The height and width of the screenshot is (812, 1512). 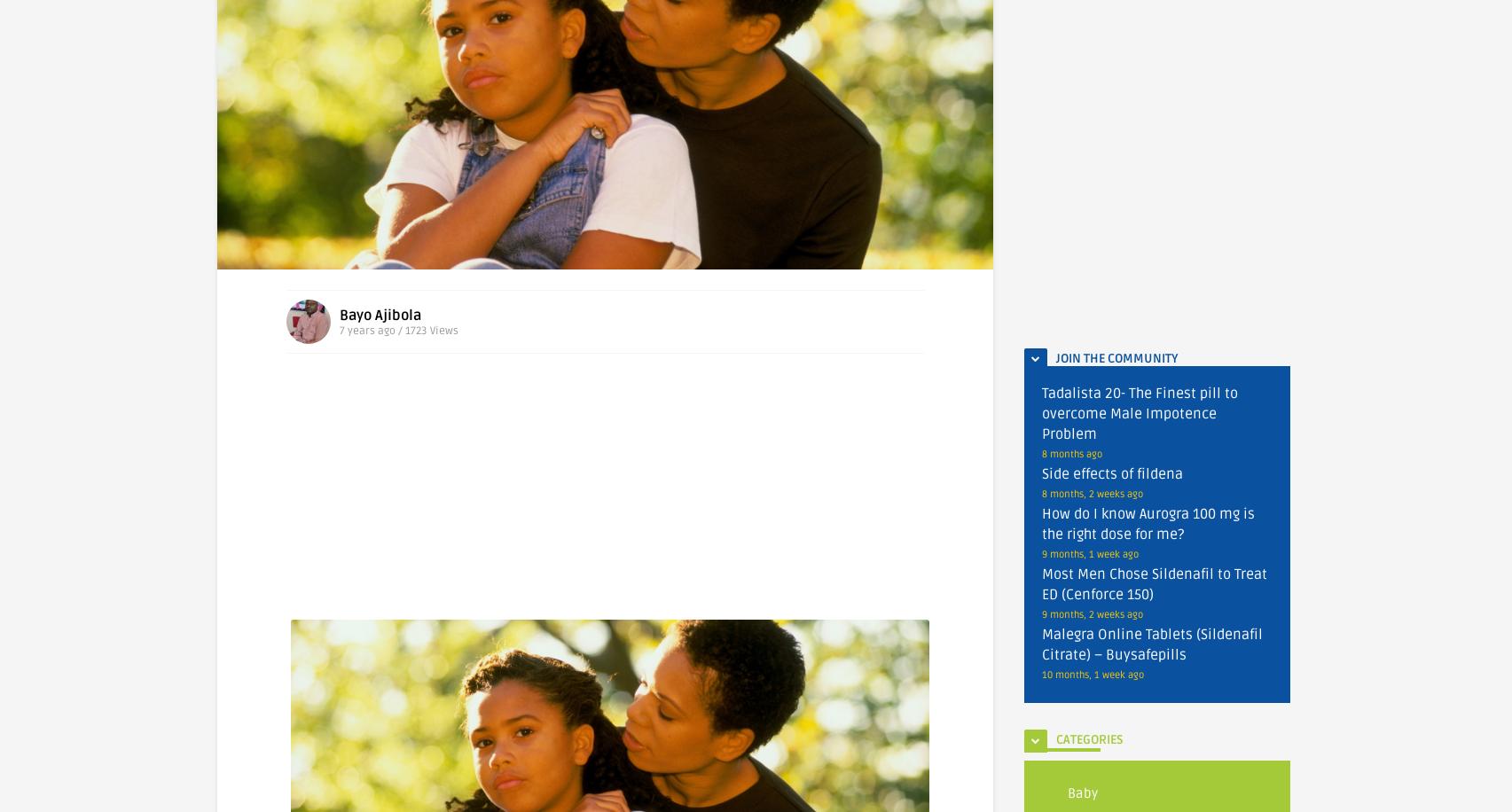 What do you see at coordinates (1041, 583) in the screenshot?
I see `'Most Men Chose Sildenafil to Treat ED (Cenforce 150)'` at bounding box center [1041, 583].